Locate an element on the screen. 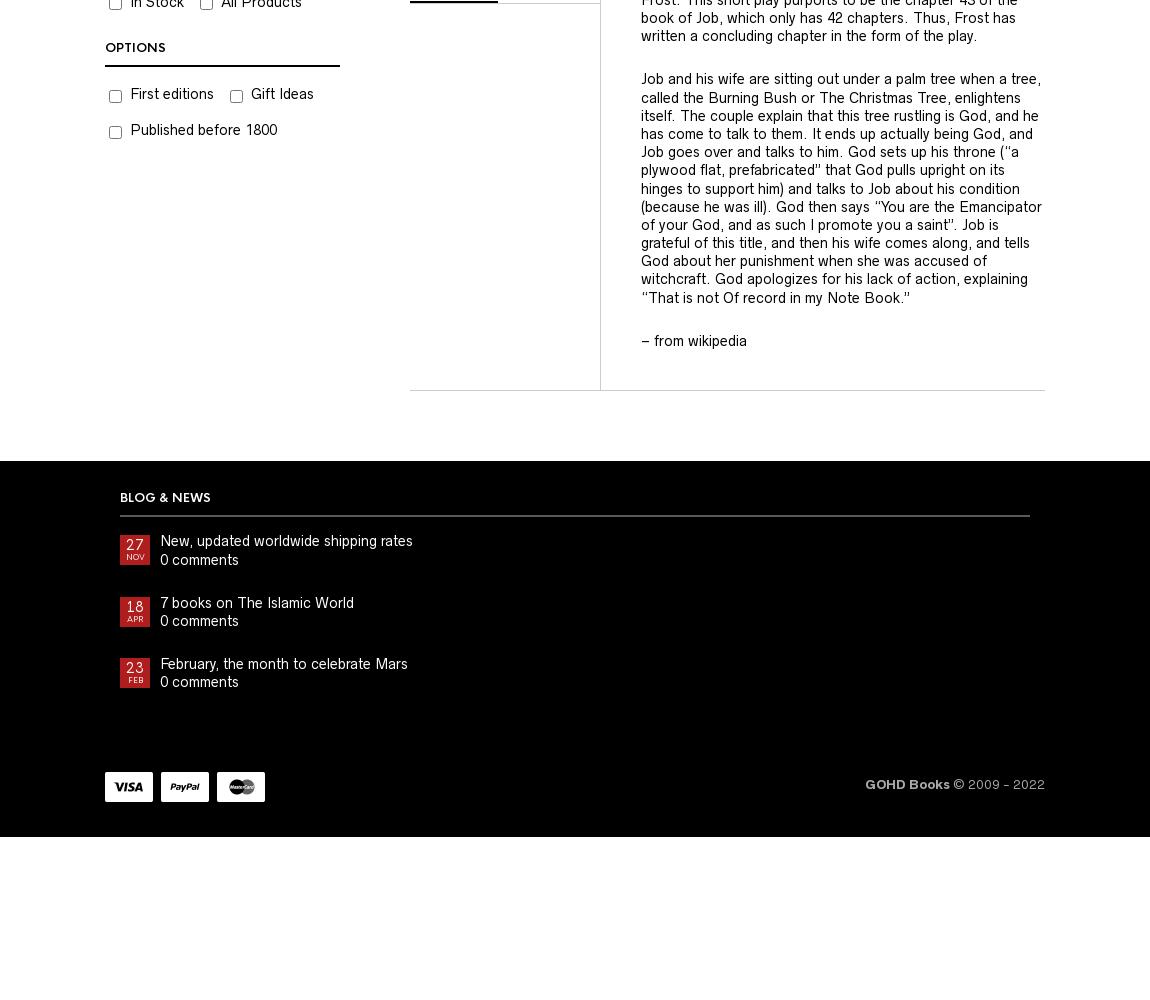  'Blog & News' is located at coordinates (118, 497).